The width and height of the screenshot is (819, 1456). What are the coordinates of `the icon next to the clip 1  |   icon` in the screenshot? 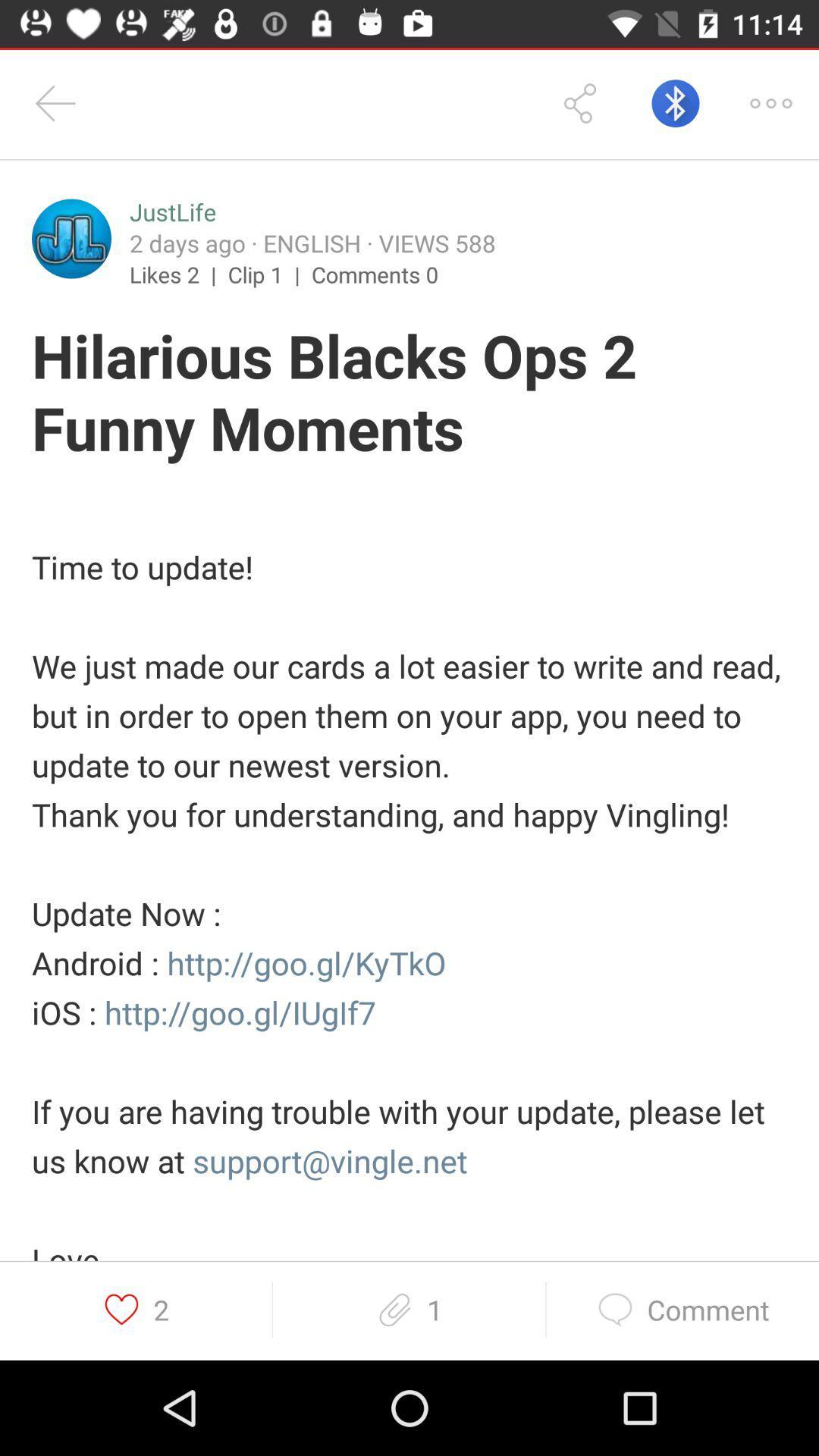 It's located at (375, 274).